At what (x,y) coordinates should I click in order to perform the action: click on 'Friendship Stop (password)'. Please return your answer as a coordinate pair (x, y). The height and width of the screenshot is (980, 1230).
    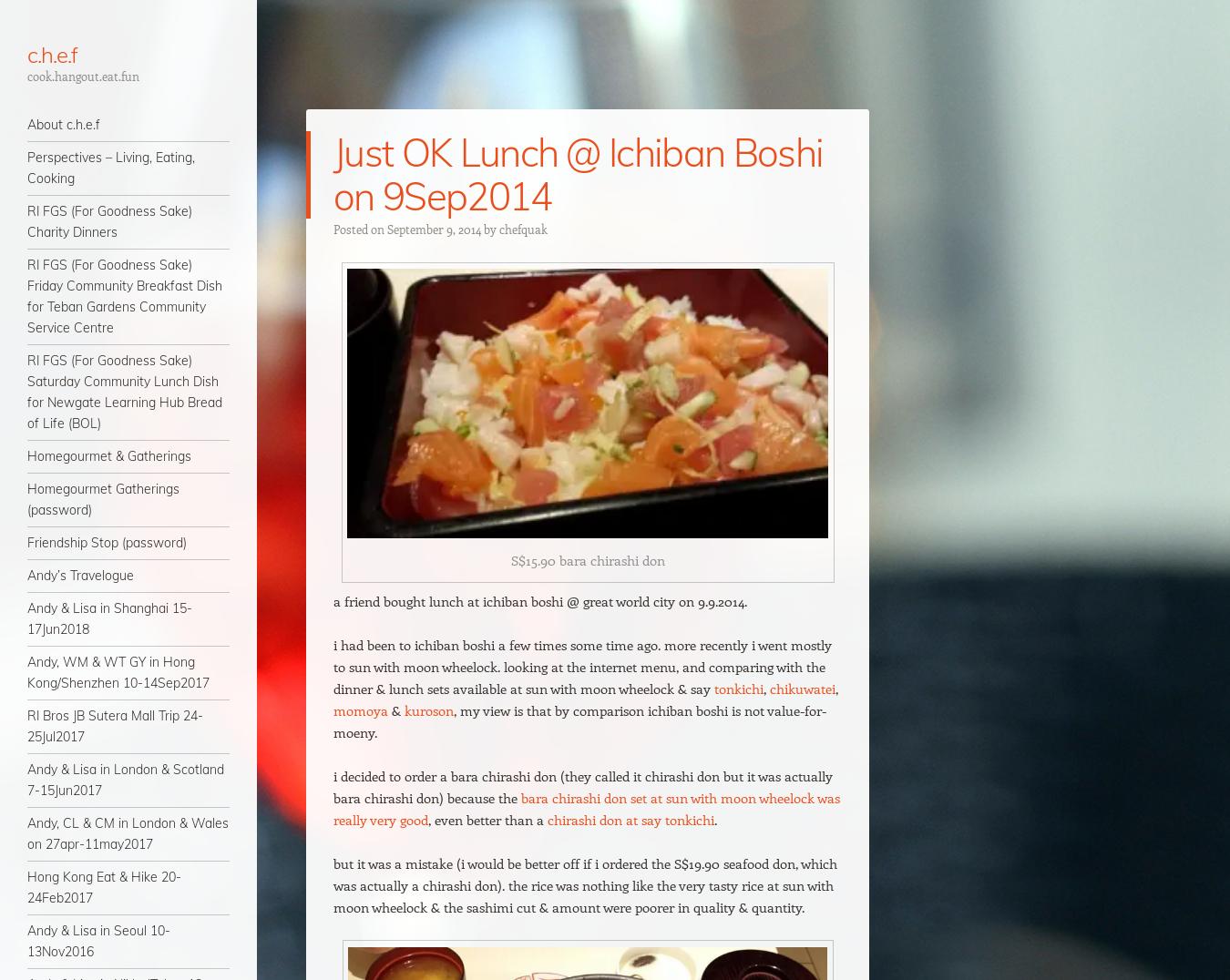
    Looking at the image, I should click on (107, 542).